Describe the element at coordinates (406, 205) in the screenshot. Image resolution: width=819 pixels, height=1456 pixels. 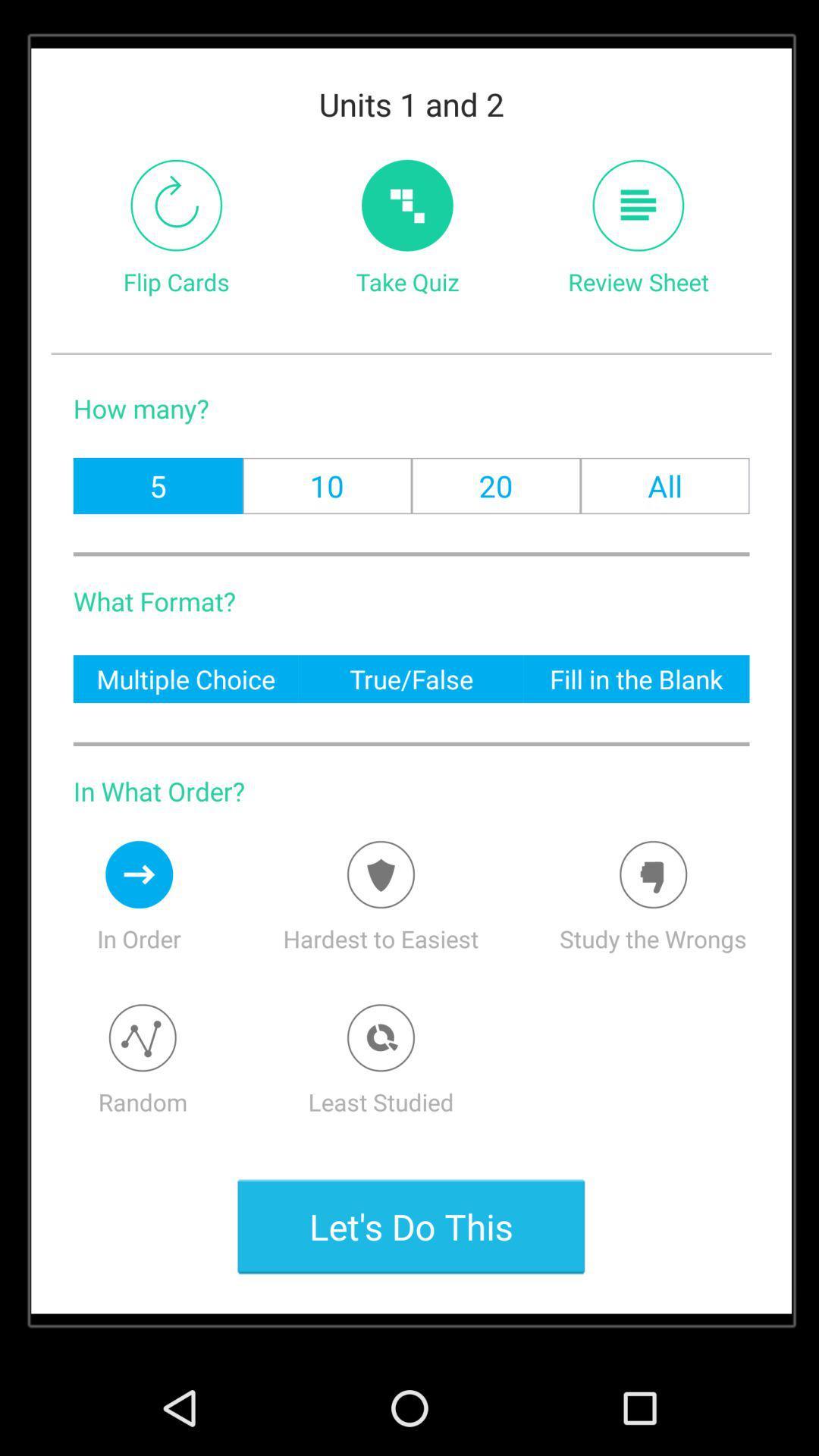
I see `starts taking quiz` at that location.